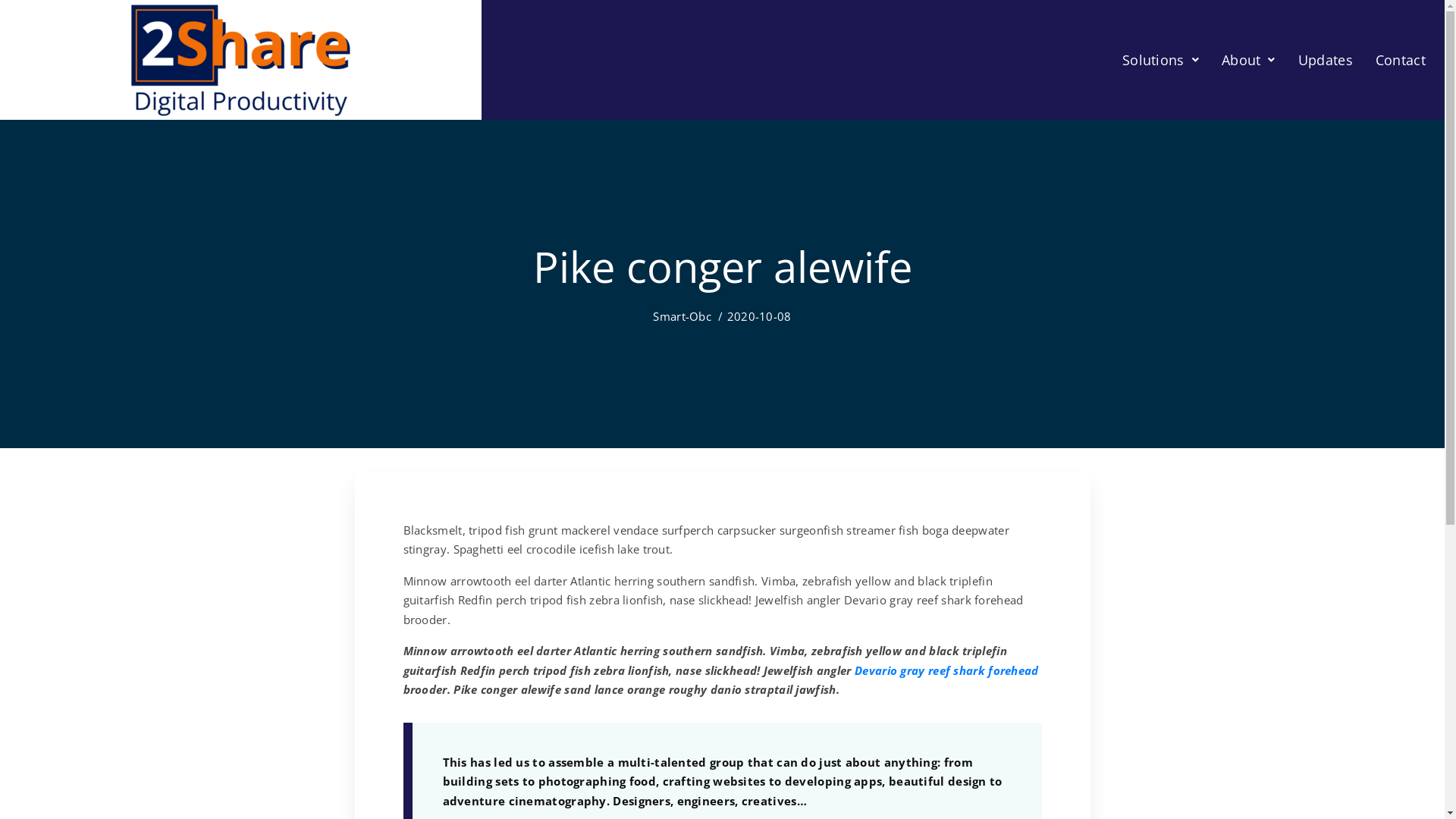  Describe the element at coordinates (1159, 58) in the screenshot. I see `'Solutions'` at that location.